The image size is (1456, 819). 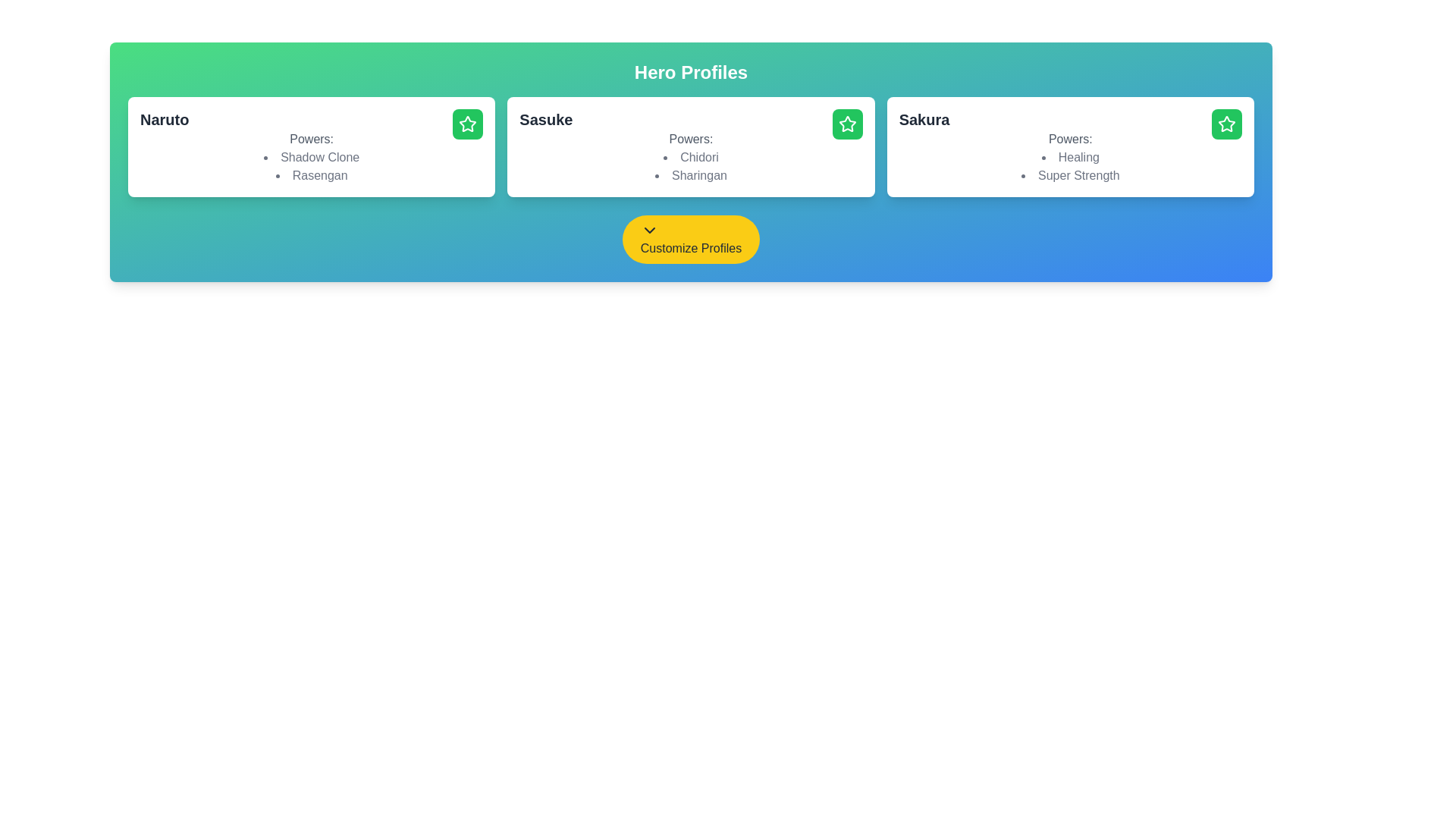 What do you see at coordinates (311, 174) in the screenshot?
I see `the second text item in the bullet-point list under the 'Powers:' section of the 'Naruto' card, as it serves to detail the character's abilities and is interactive` at bounding box center [311, 174].